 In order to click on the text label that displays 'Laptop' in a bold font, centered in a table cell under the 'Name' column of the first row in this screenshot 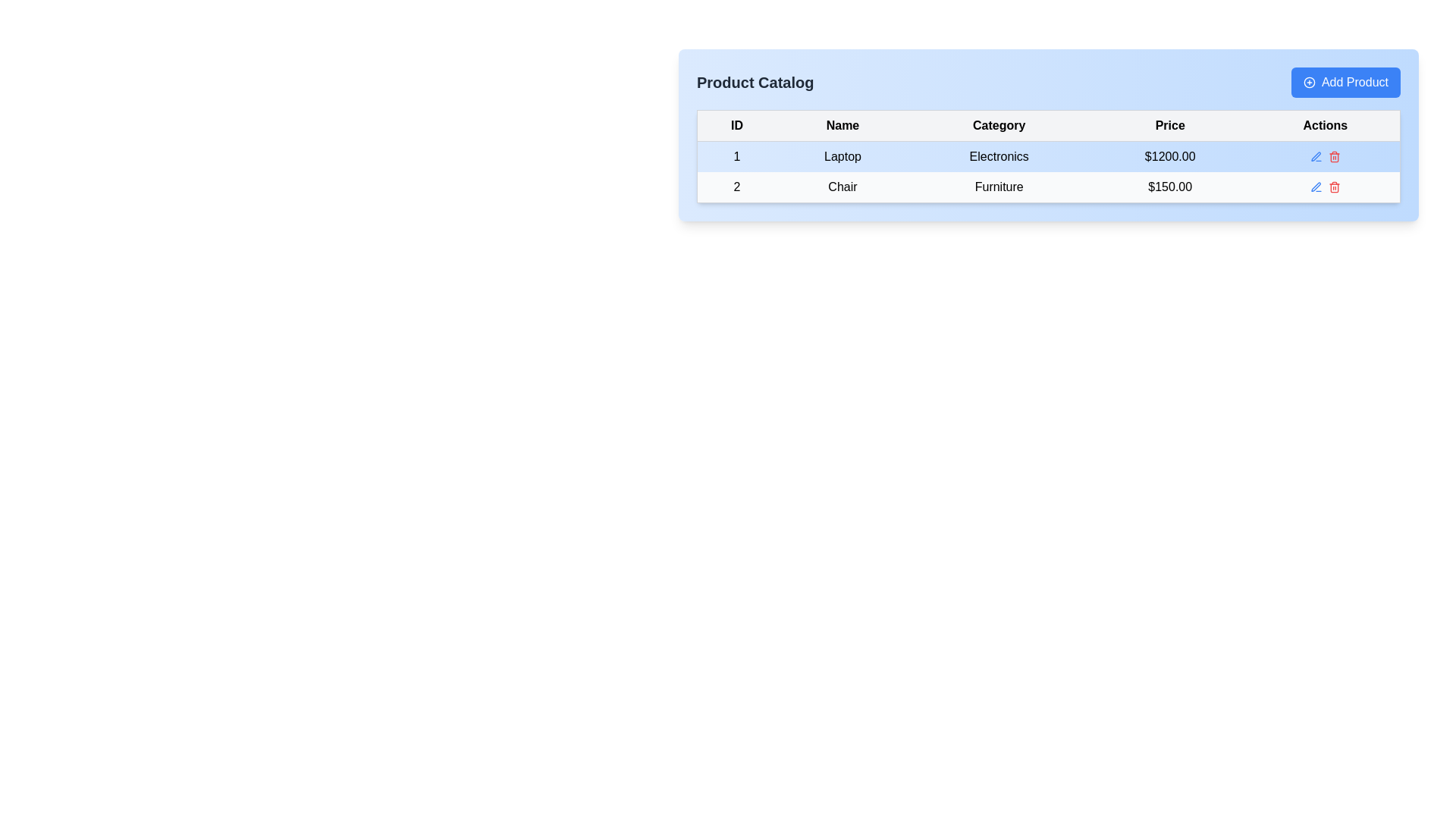, I will do `click(842, 156)`.